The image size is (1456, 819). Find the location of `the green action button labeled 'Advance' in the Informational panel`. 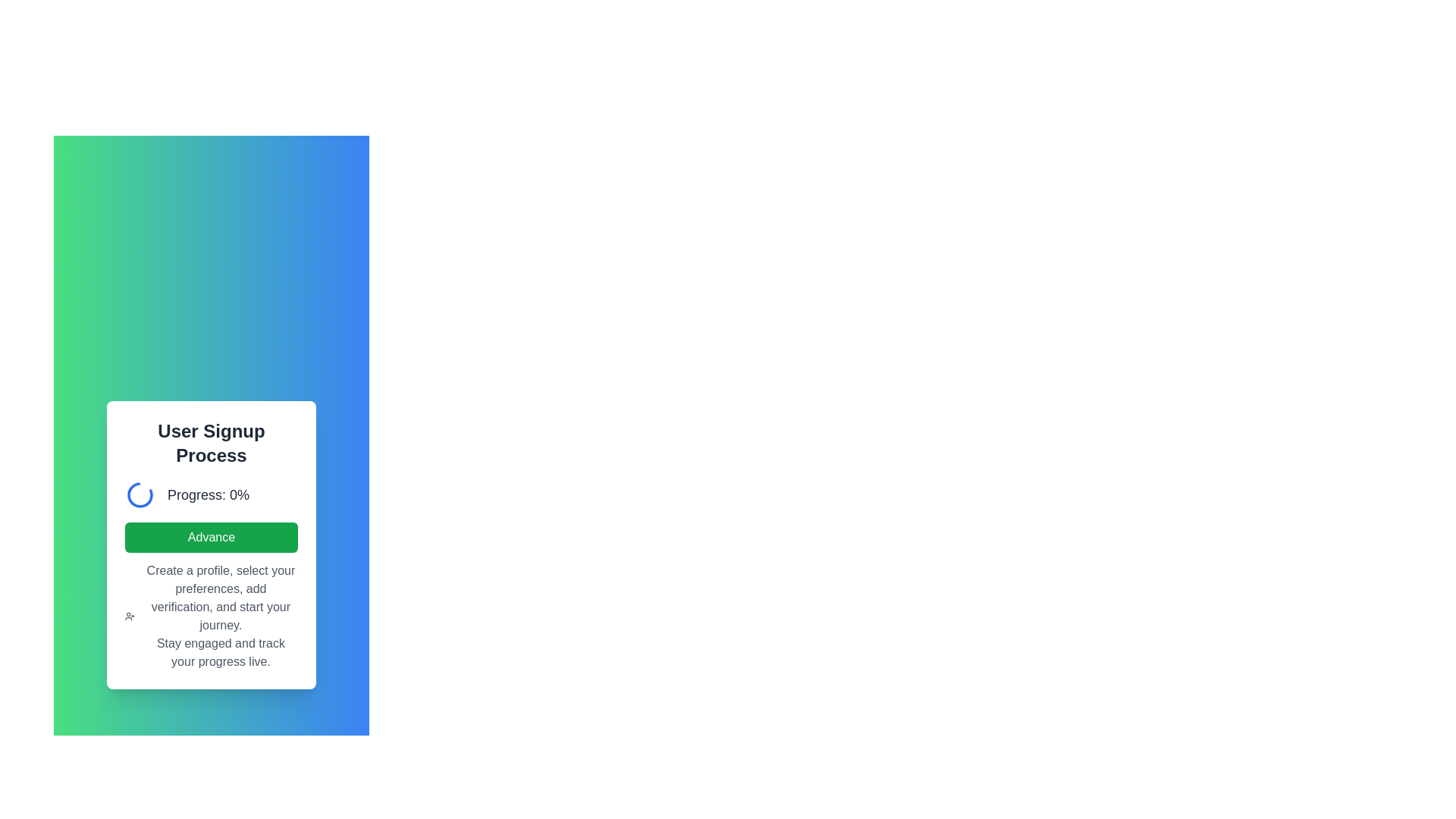

the green action button labeled 'Advance' in the Informational panel is located at coordinates (210, 544).